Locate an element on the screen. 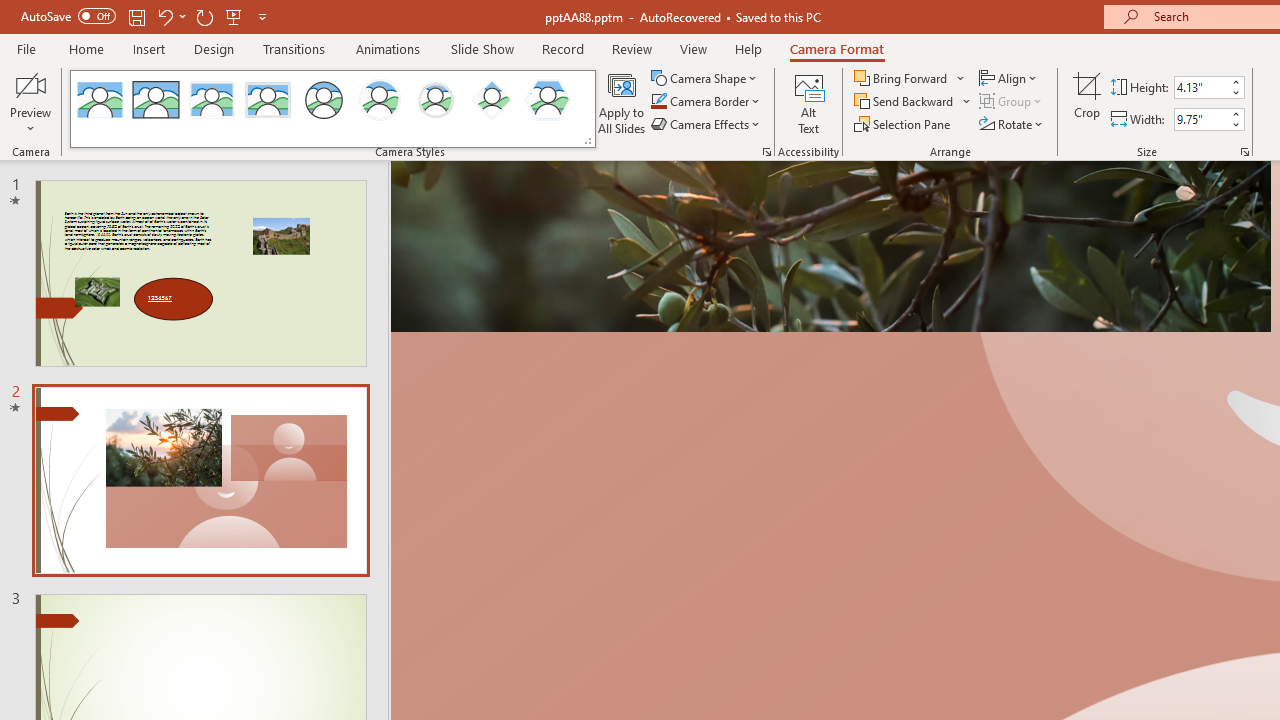 This screenshot has height=720, width=1280. 'Cameo Height' is located at coordinates (1200, 86).